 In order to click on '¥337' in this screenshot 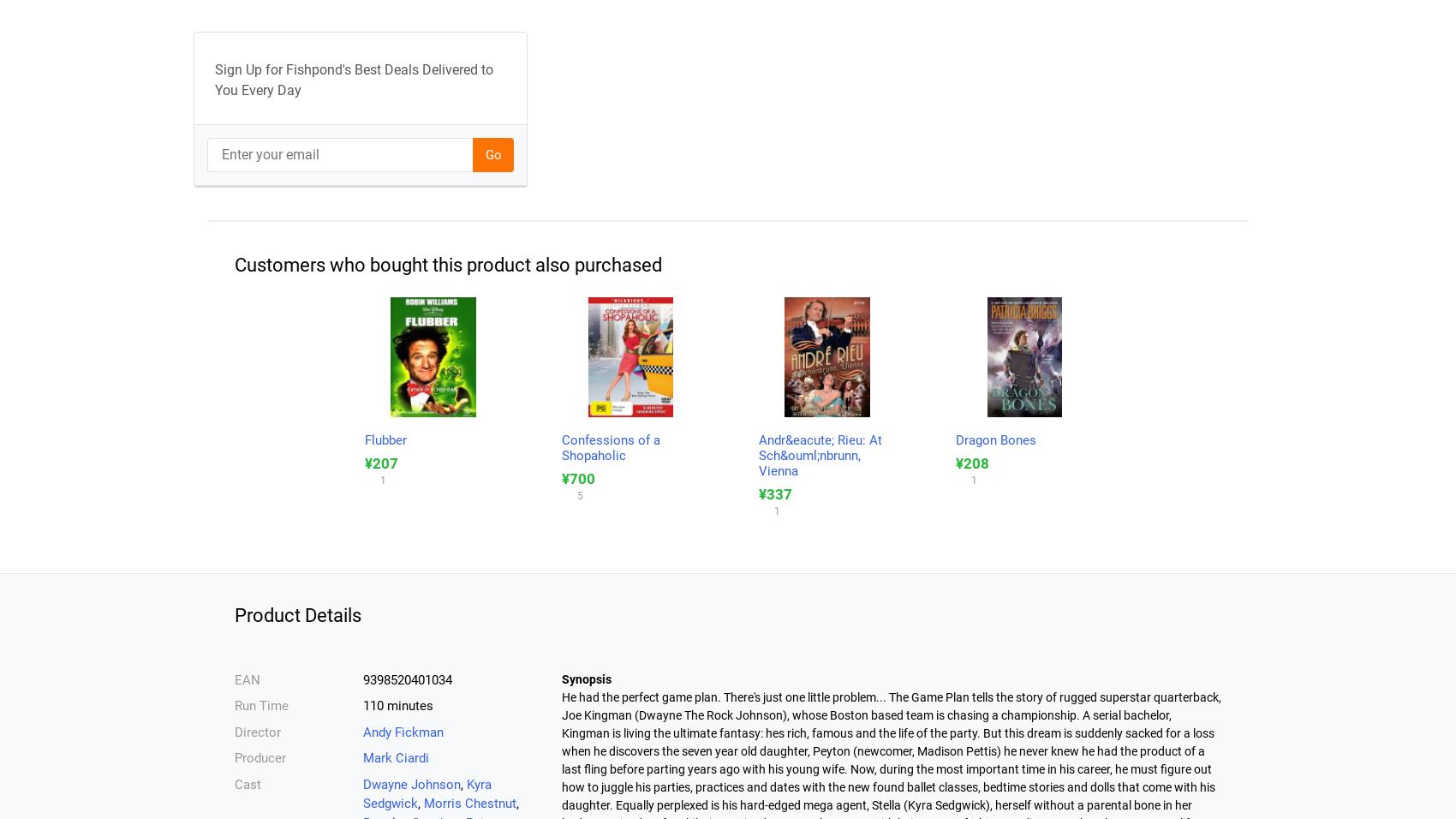, I will do `click(775, 492)`.